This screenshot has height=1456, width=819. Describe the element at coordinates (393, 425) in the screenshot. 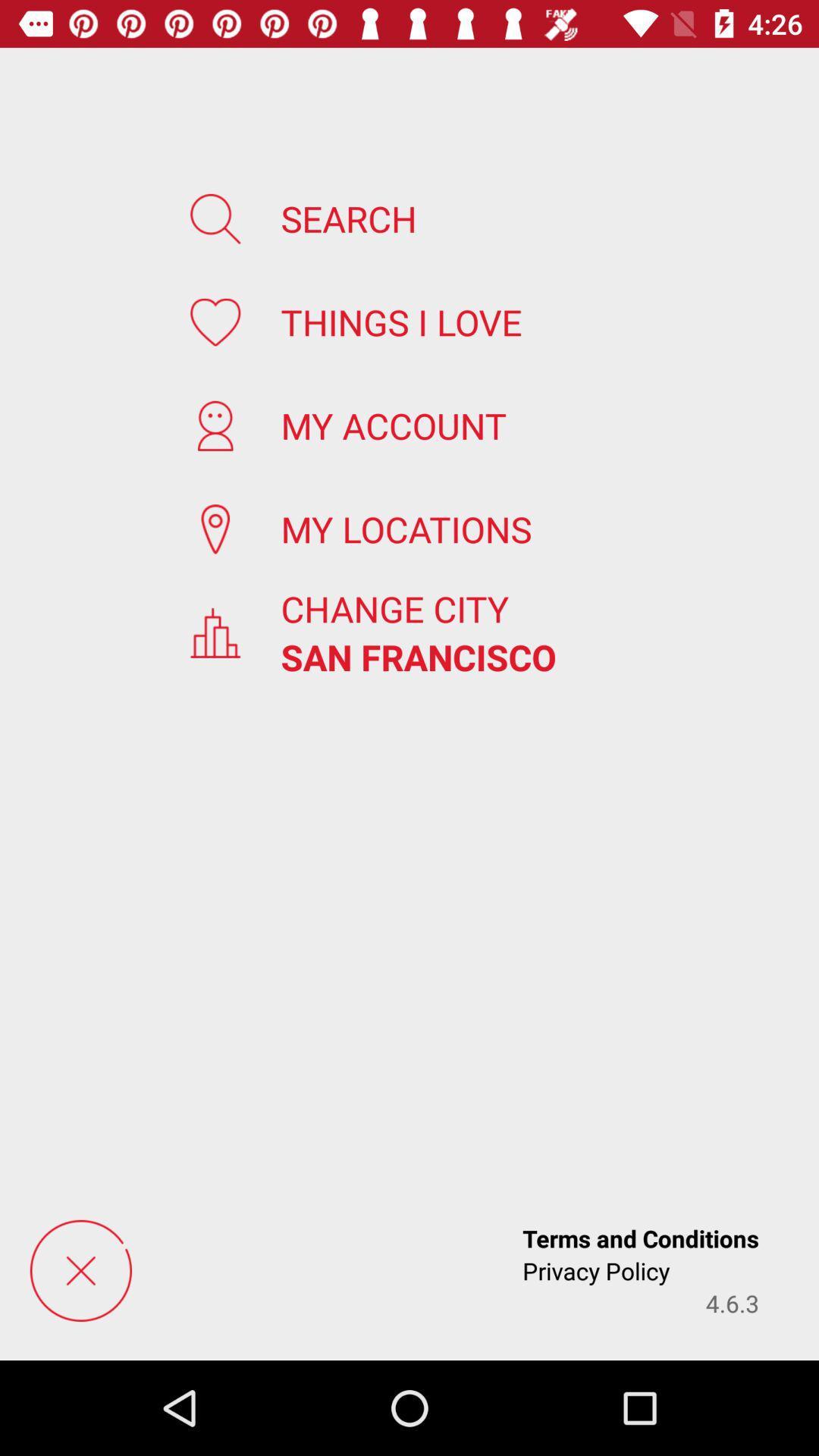

I see `the icon below the things i love icon` at that location.